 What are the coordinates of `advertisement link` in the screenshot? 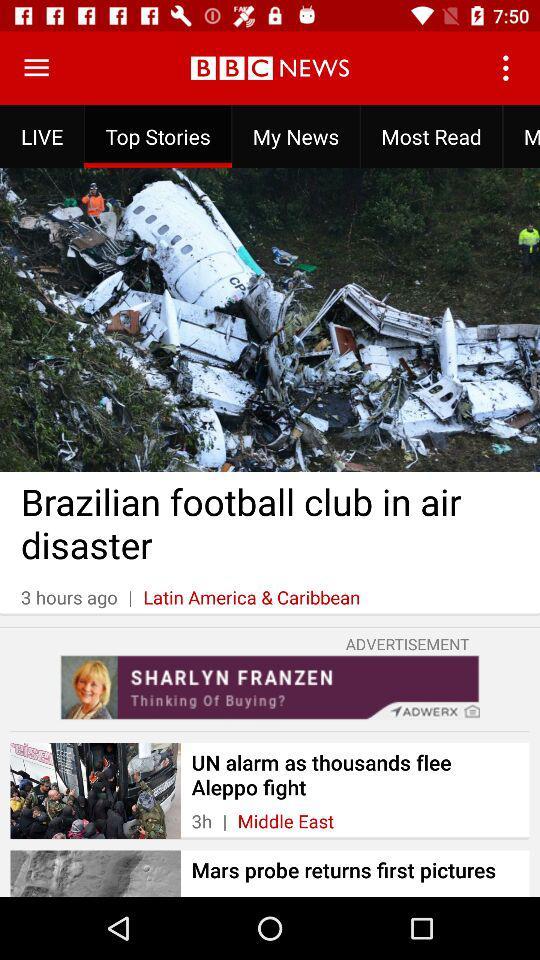 It's located at (270, 687).